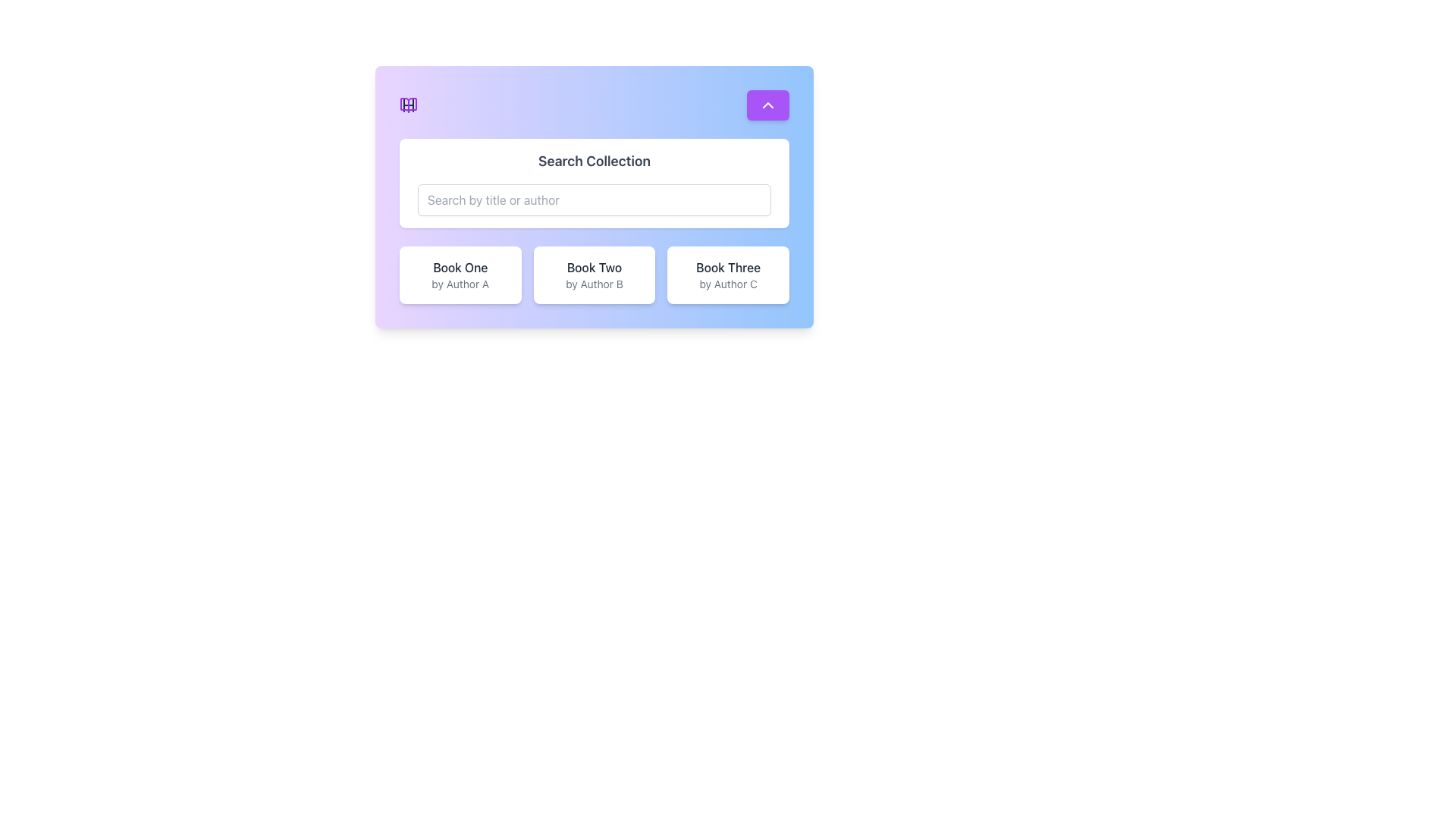 This screenshot has height=819, width=1456. What do you see at coordinates (767, 104) in the screenshot?
I see `the chevron-up icon located centrally within the purple button in the top-right corner of the interface panel` at bounding box center [767, 104].